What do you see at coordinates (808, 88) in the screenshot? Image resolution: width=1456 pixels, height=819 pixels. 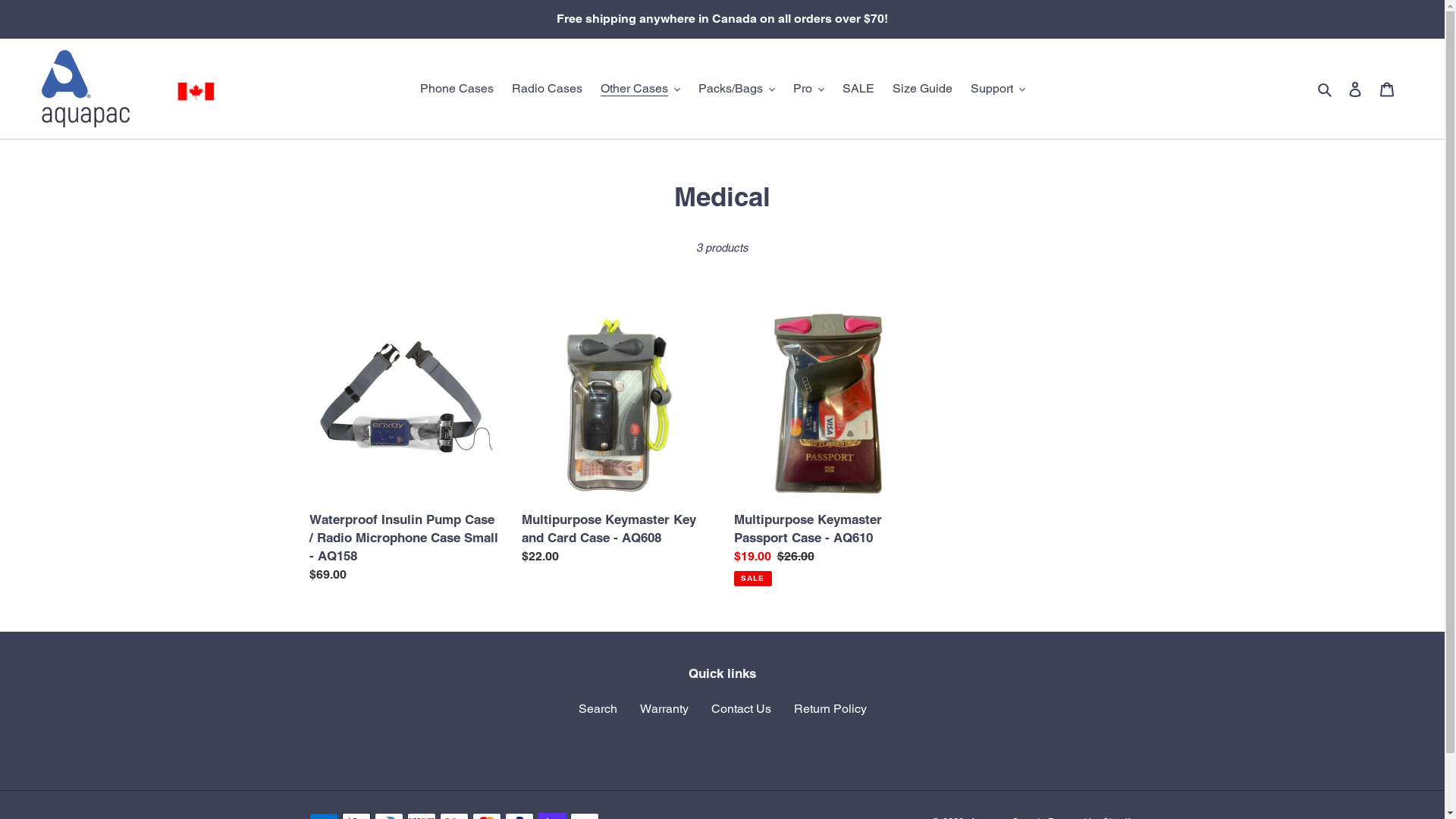 I see `'Pro'` at bounding box center [808, 88].